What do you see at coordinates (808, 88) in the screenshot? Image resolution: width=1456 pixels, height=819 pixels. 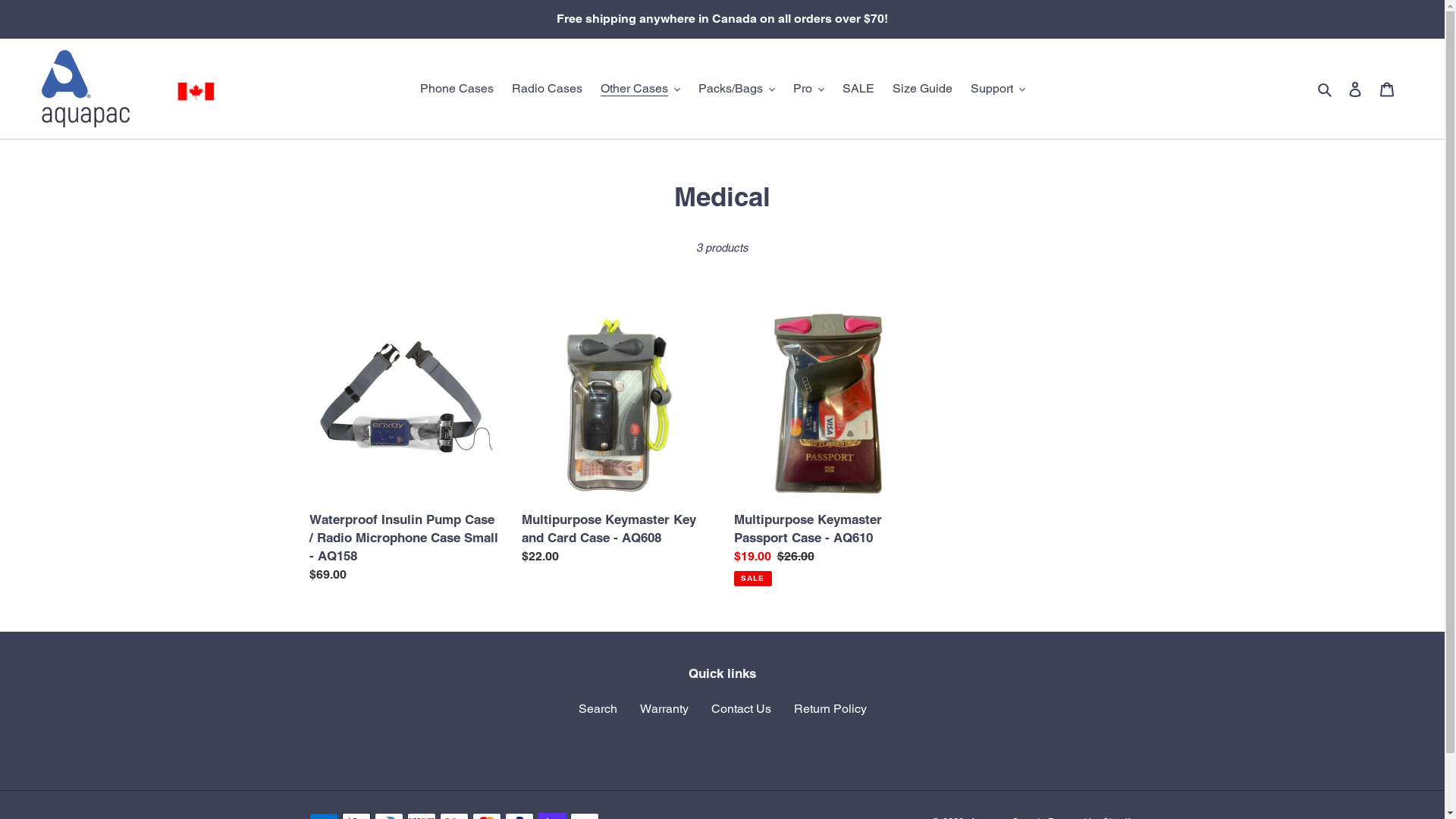 I see `'Pro'` at bounding box center [808, 88].